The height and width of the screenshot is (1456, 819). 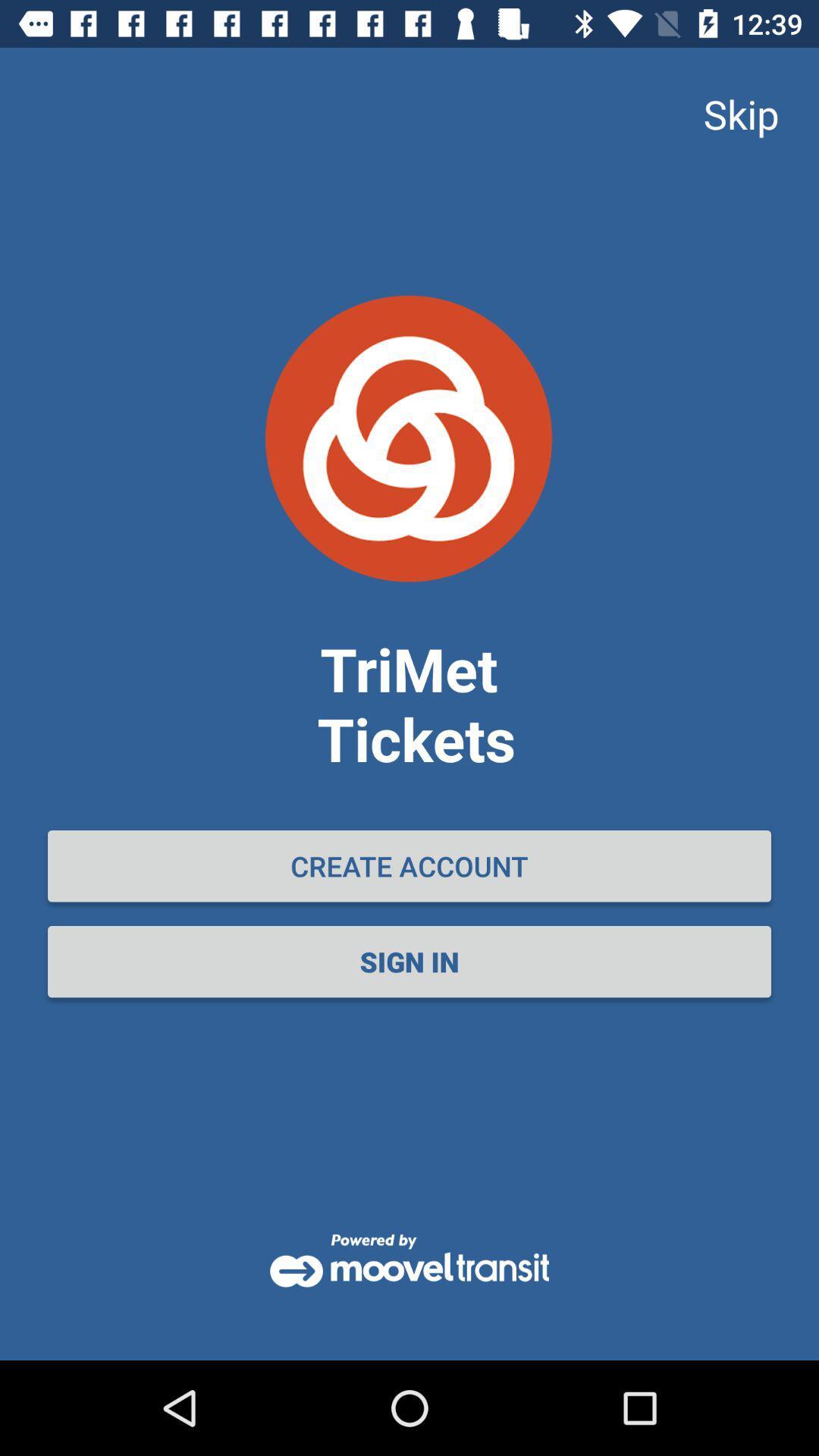 What do you see at coordinates (409, 866) in the screenshot?
I see `the create account icon` at bounding box center [409, 866].